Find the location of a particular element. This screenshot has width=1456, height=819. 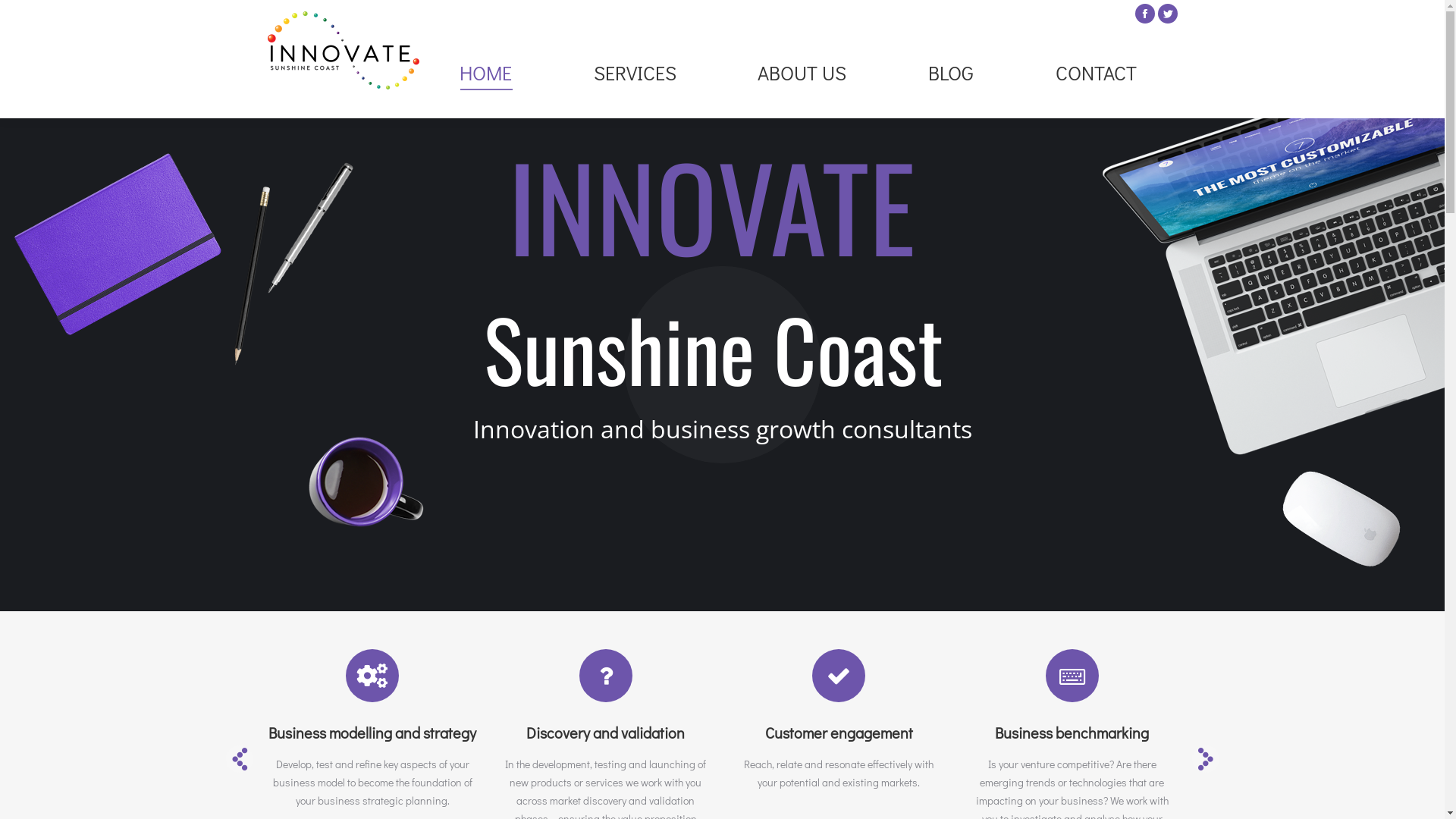

'Twitter page opens in new window' is located at coordinates (1166, 14).